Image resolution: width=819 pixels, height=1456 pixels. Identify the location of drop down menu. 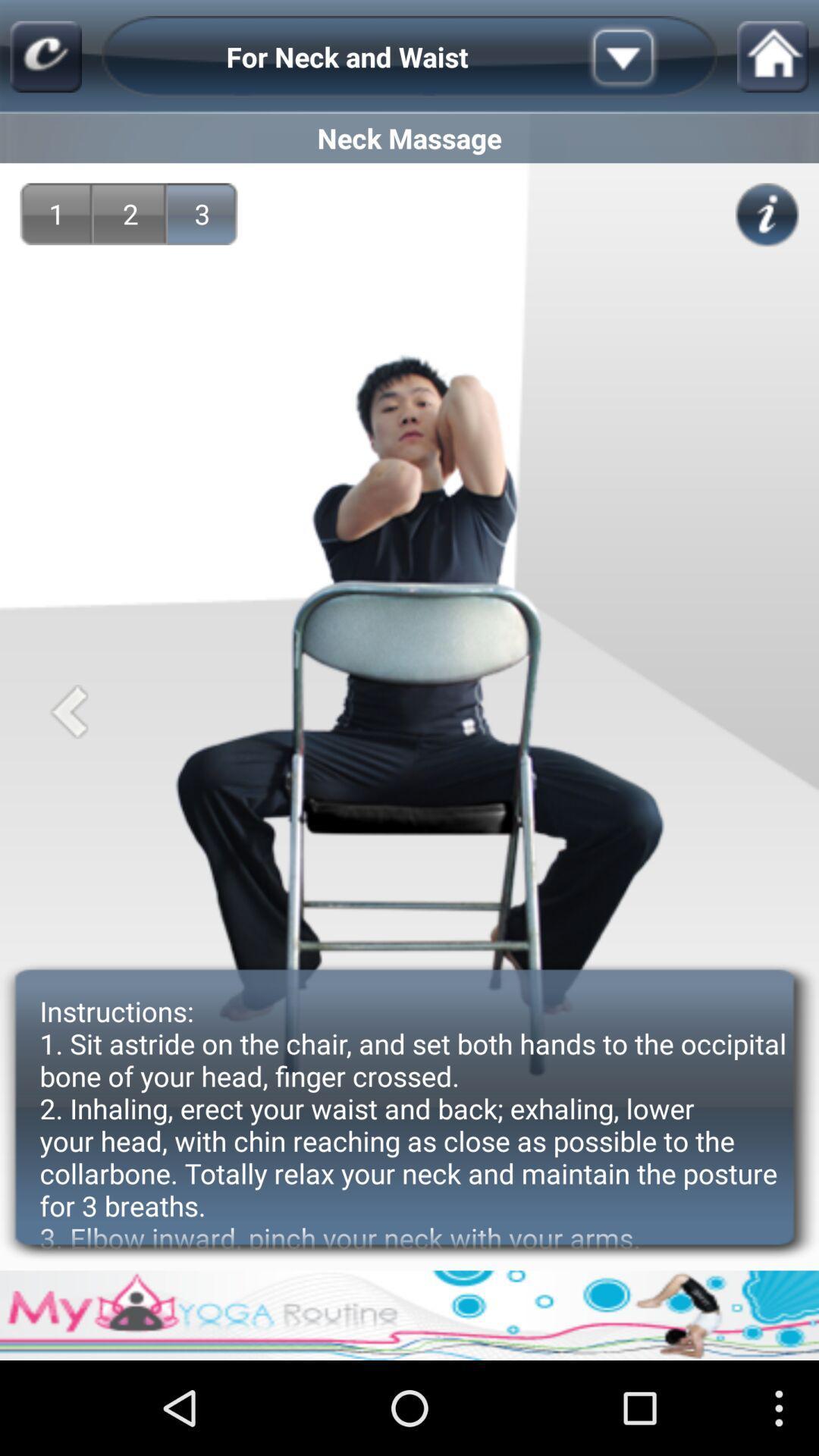
(647, 57).